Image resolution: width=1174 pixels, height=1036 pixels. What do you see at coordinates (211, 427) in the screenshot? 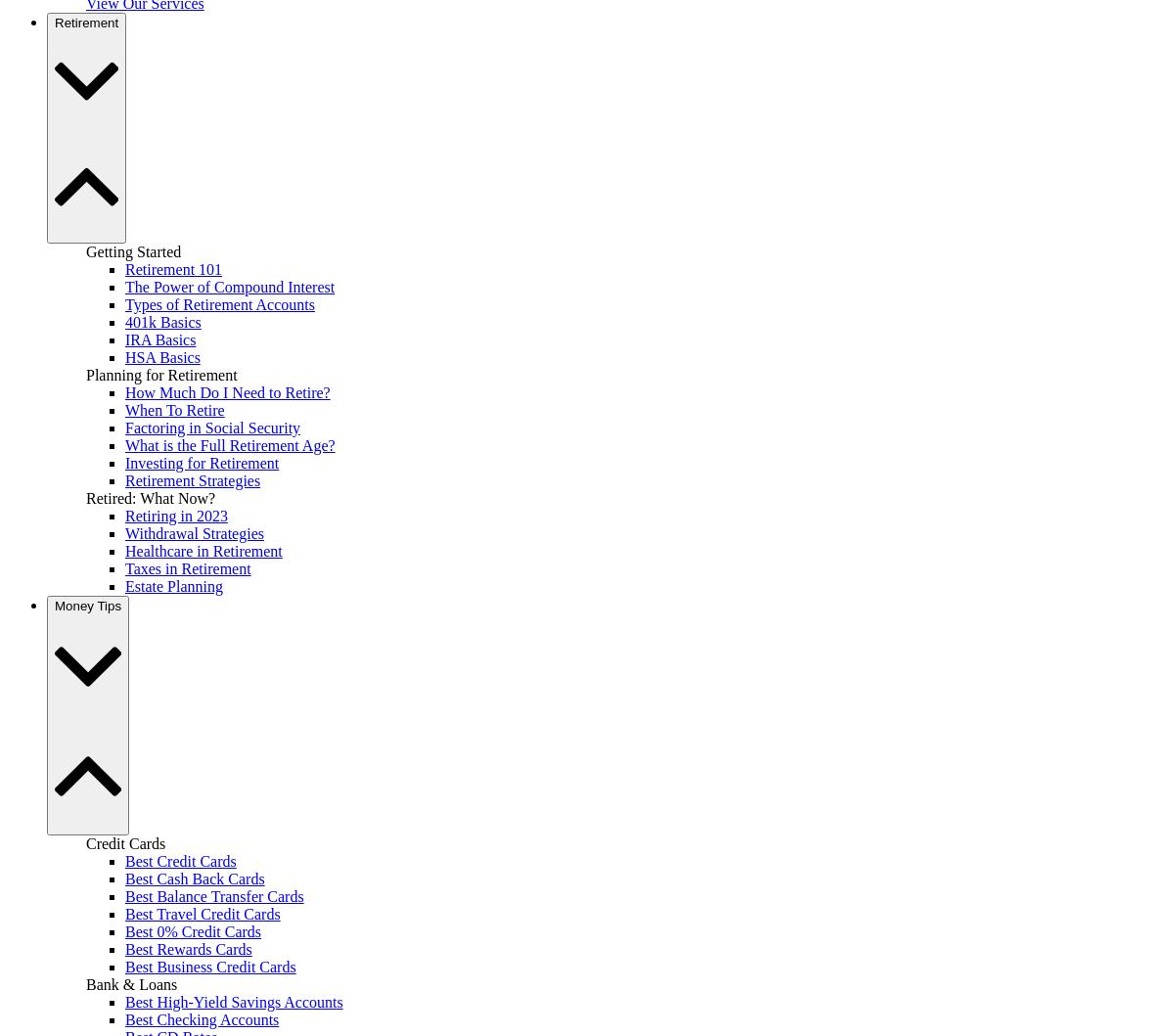
I see `'Factoring in Social Security'` at bounding box center [211, 427].